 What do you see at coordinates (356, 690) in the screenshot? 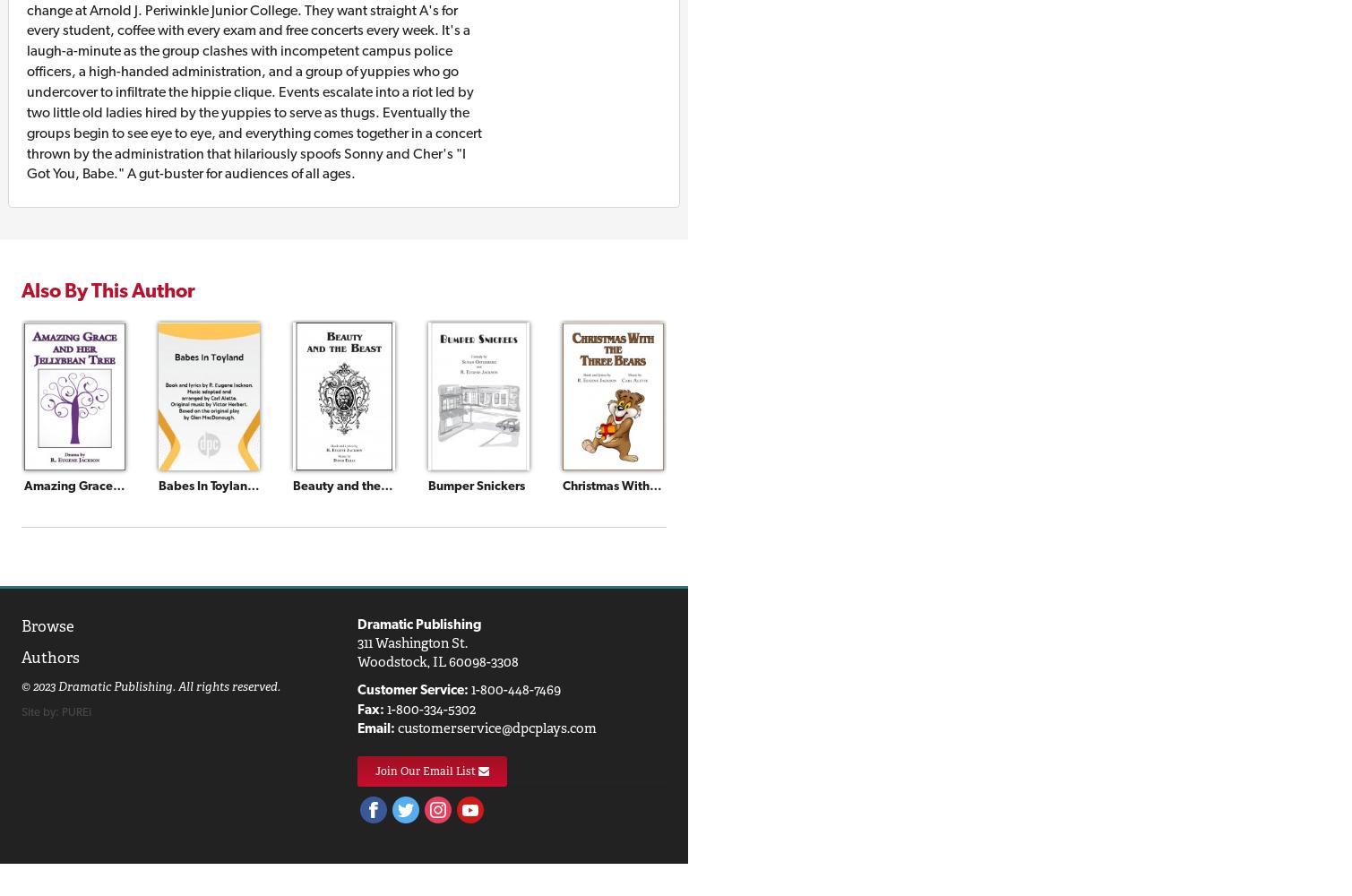
I see `'Customer Service:'` at bounding box center [356, 690].